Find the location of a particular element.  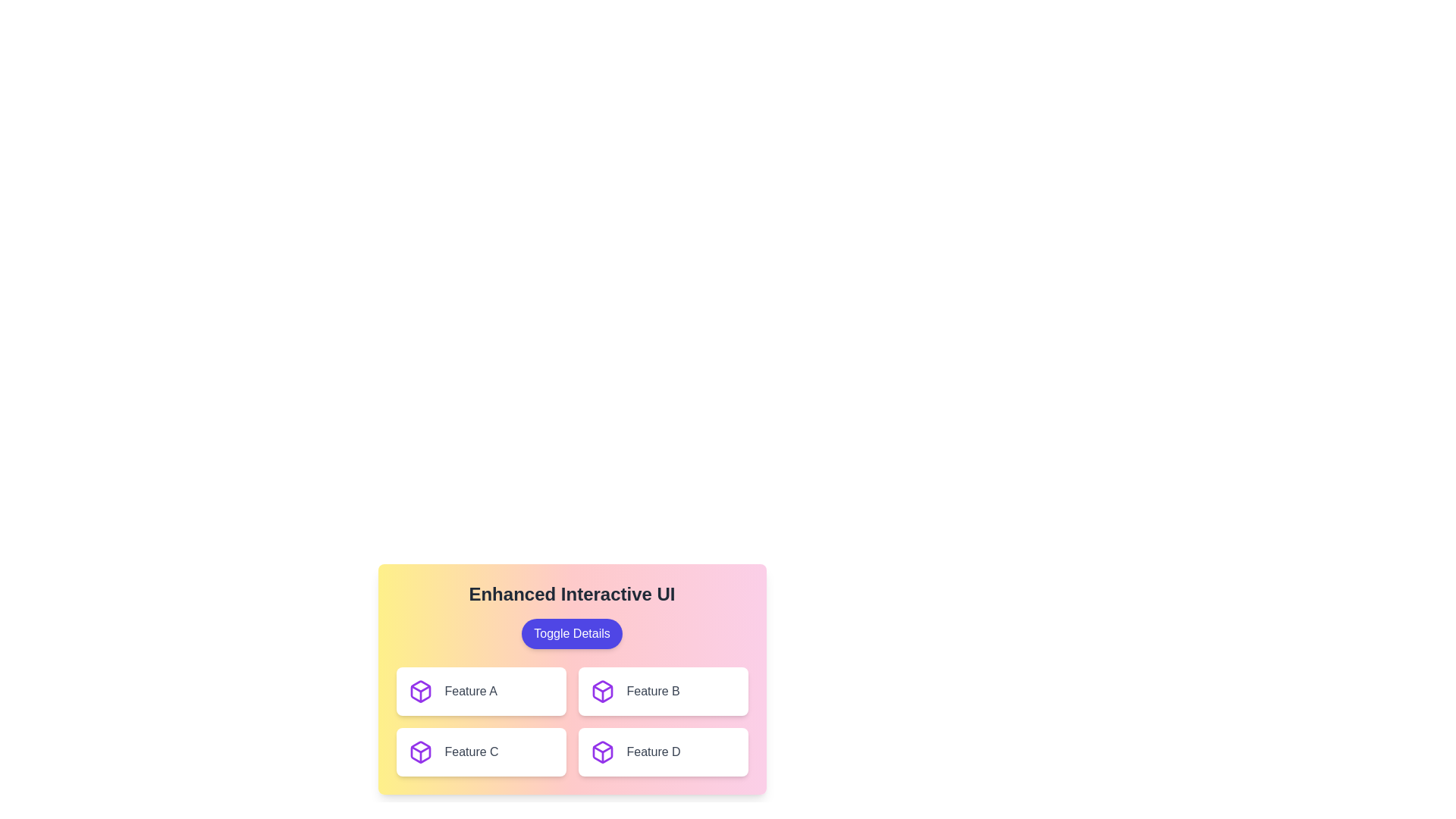

the purple 3D box icon representing 'Feature A' is located at coordinates (420, 691).